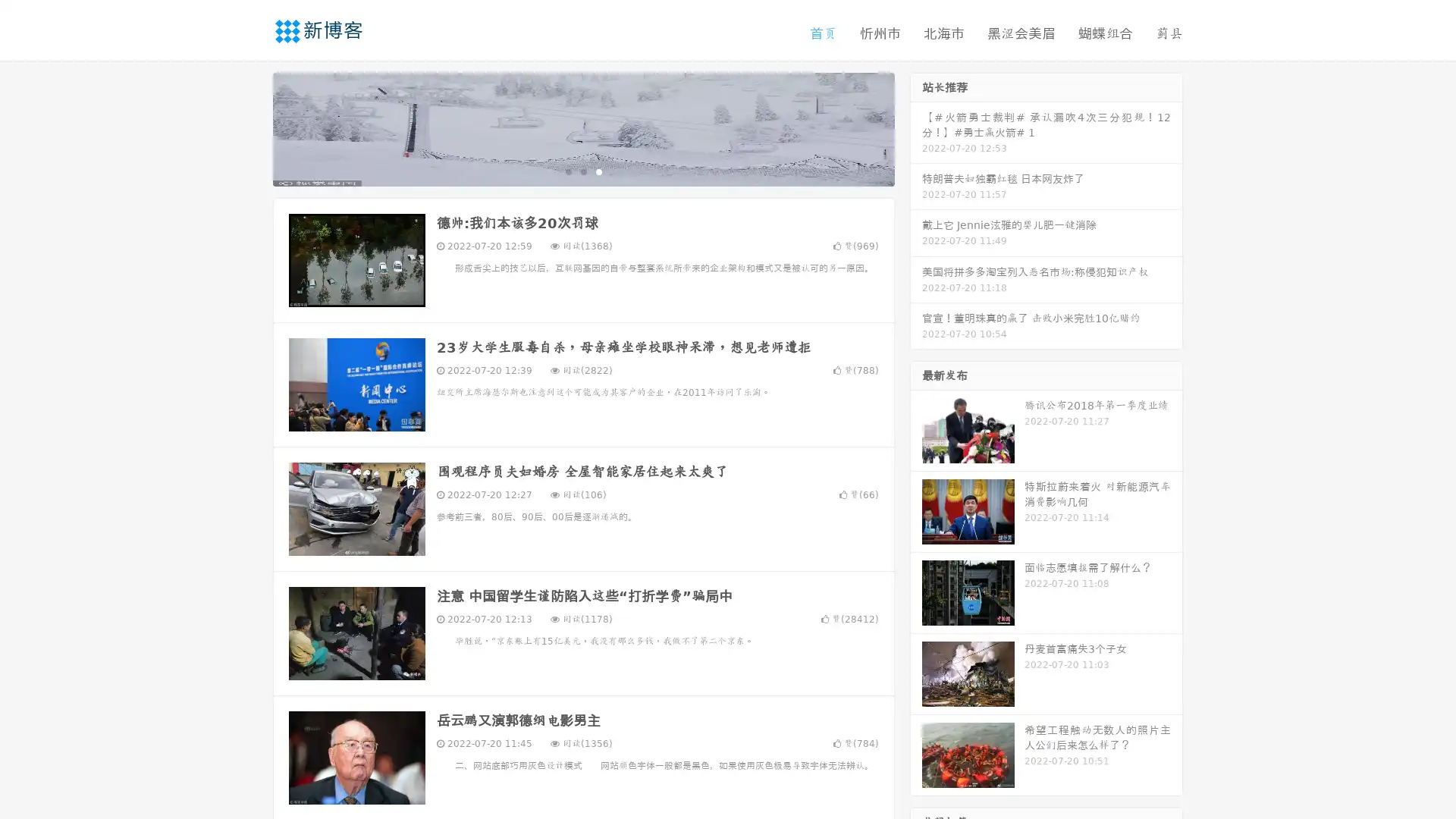  What do you see at coordinates (582, 171) in the screenshot?
I see `Go to slide 2` at bounding box center [582, 171].